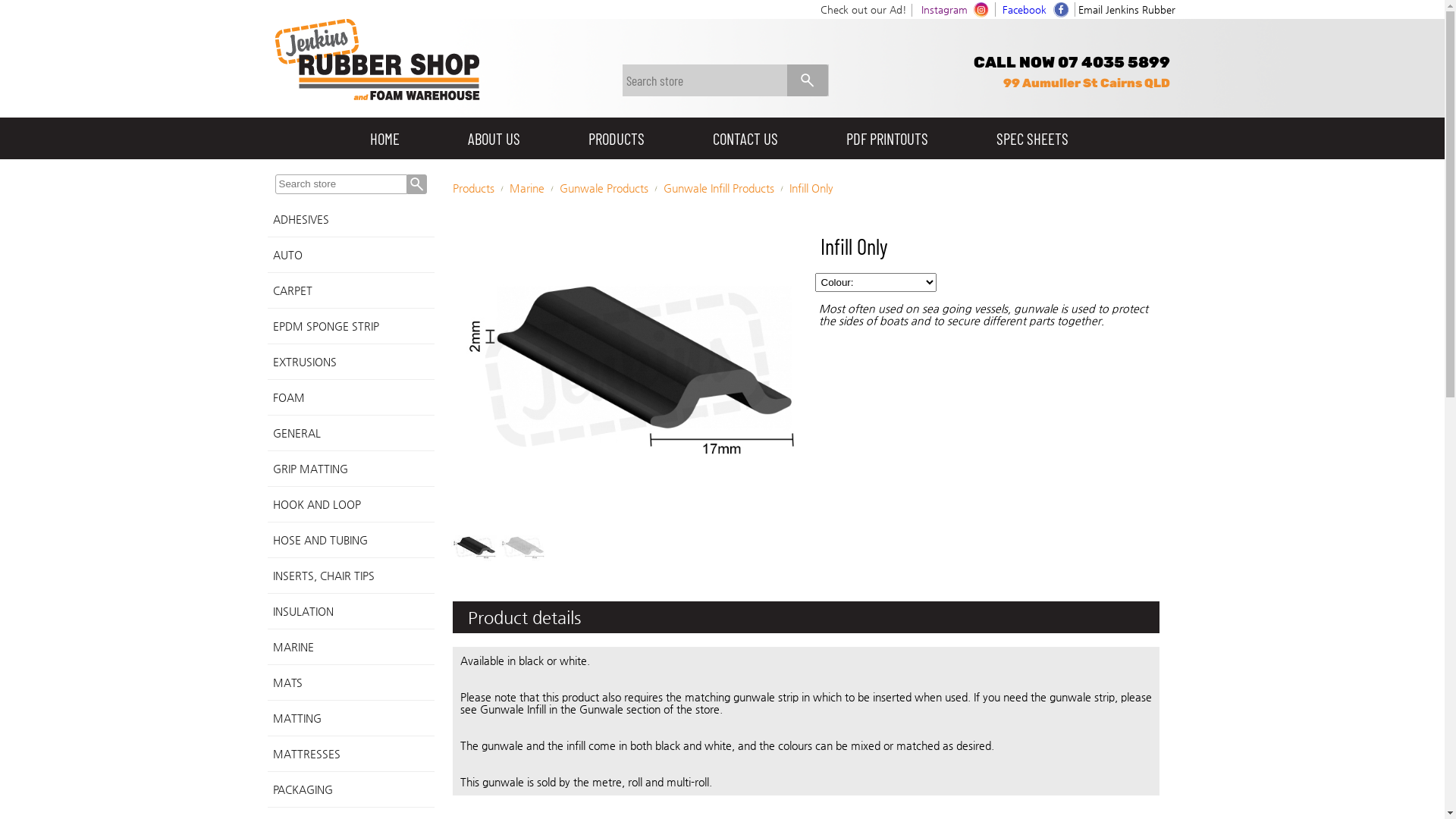 This screenshot has width=1456, height=819. Describe the element at coordinates (349, 254) in the screenshot. I see `'AUTO'` at that location.